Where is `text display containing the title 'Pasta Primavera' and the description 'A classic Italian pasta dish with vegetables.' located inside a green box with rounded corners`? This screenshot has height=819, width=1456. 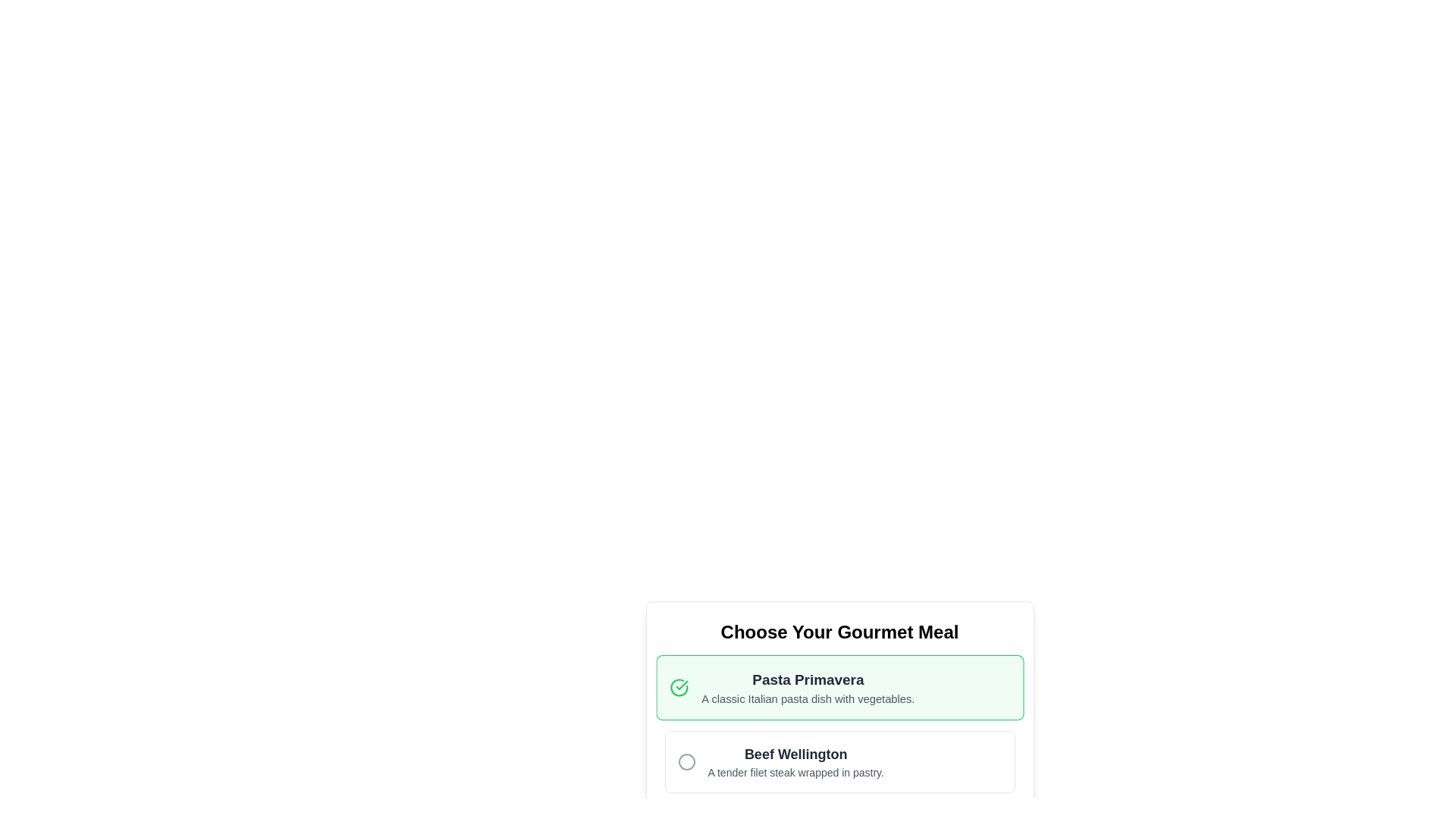
text display containing the title 'Pasta Primavera' and the description 'A classic Italian pasta dish with vegetables.' located inside a green box with rounded corners is located at coordinates (807, 687).